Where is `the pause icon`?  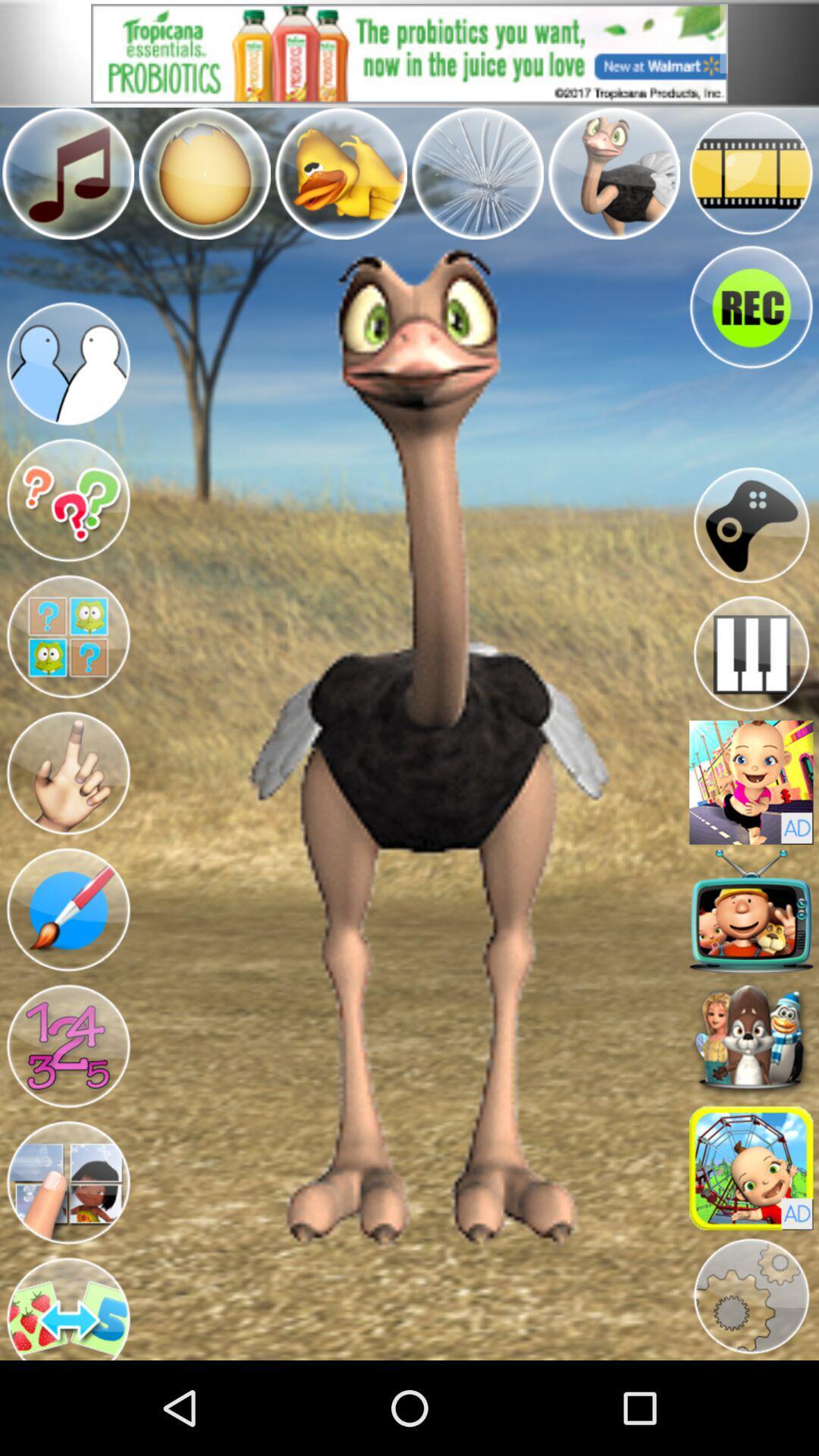
the pause icon is located at coordinates (751, 699).